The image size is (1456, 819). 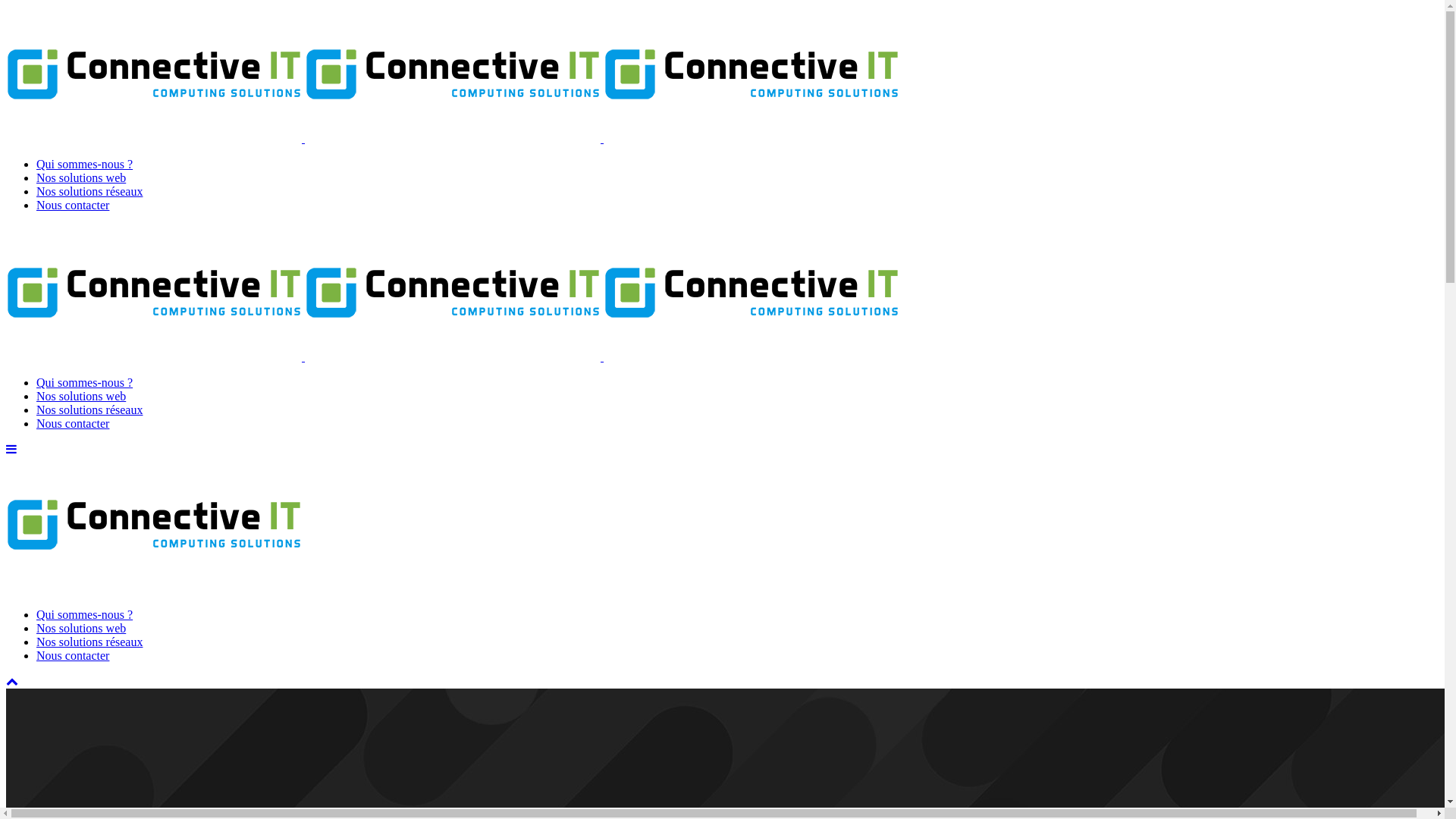 I want to click on 'Nos solutions web', so click(x=80, y=177).